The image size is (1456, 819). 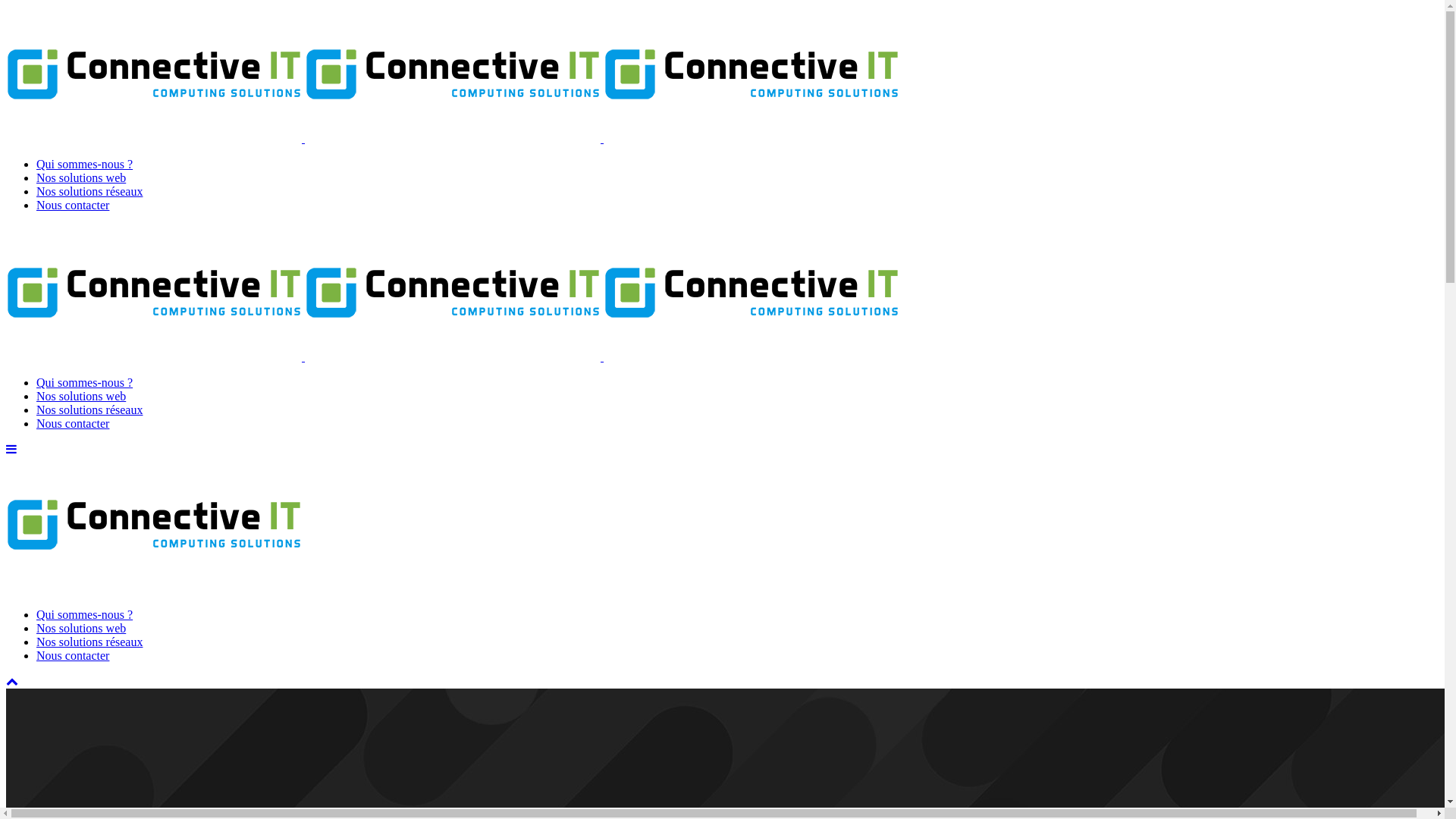 I want to click on 'Nos solutions web', so click(x=80, y=177).